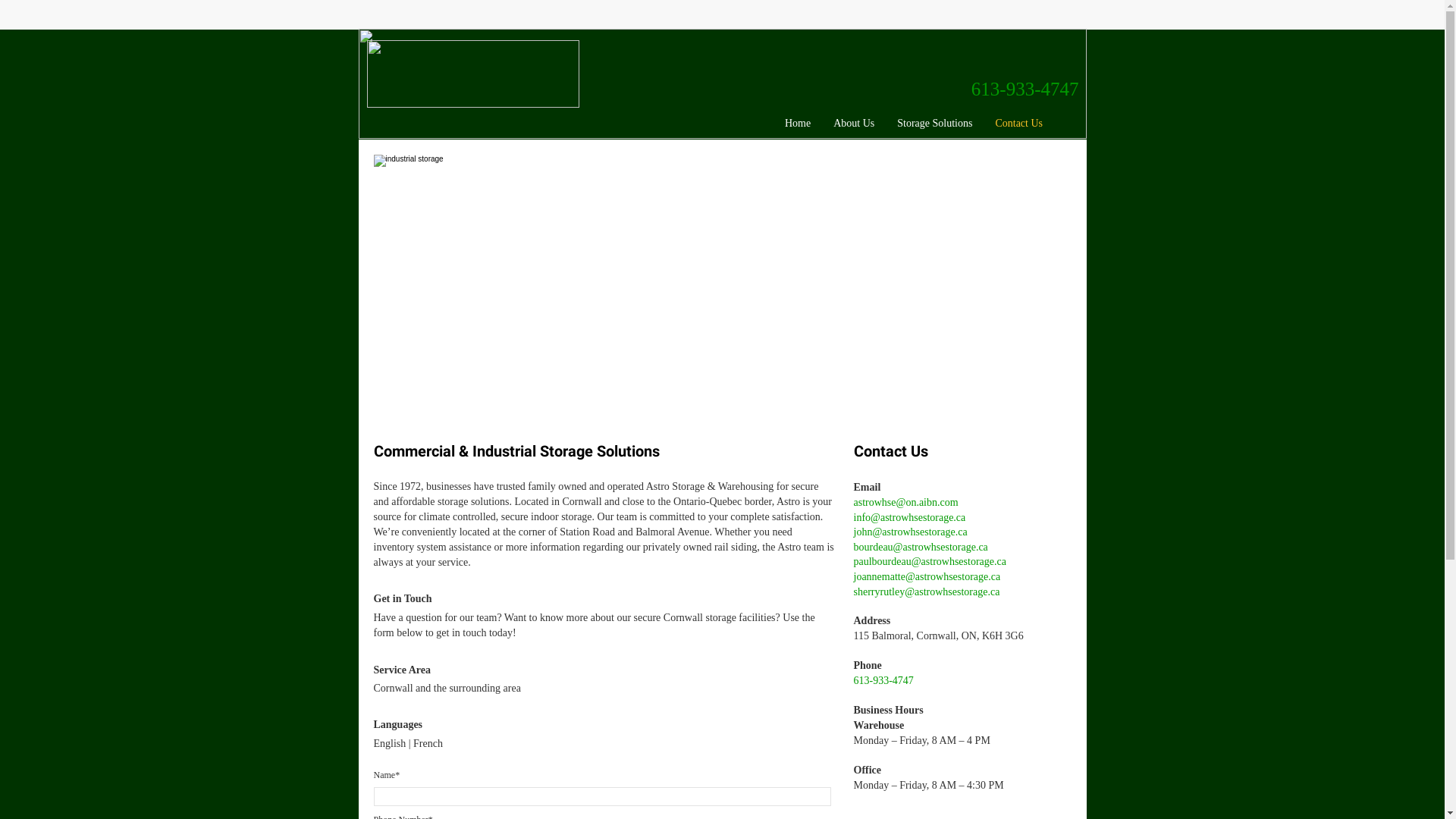 The image size is (1456, 819). I want to click on 'About Us', so click(825, 122).